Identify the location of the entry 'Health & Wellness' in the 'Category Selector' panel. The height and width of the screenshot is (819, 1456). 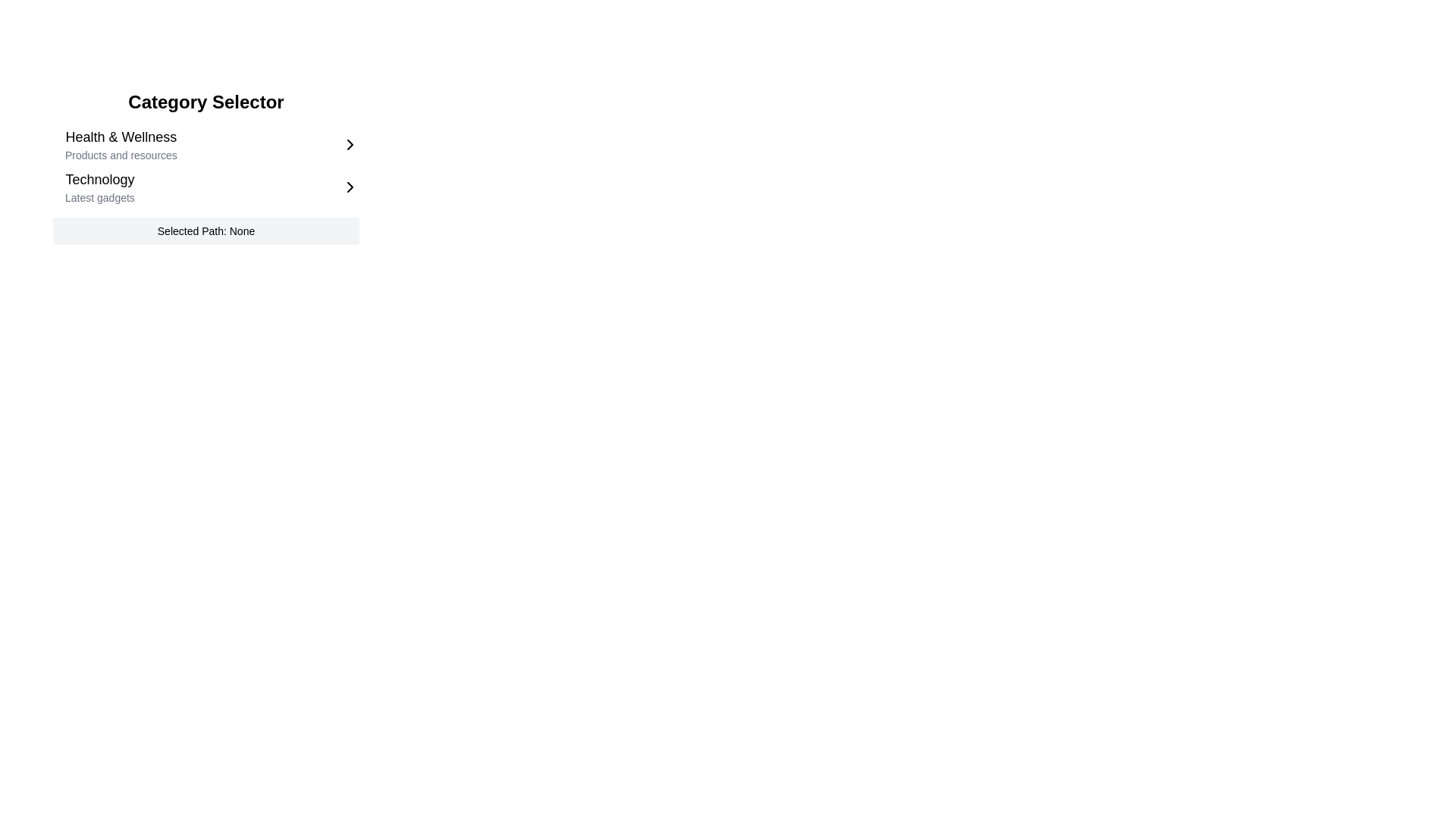
(206, 166).